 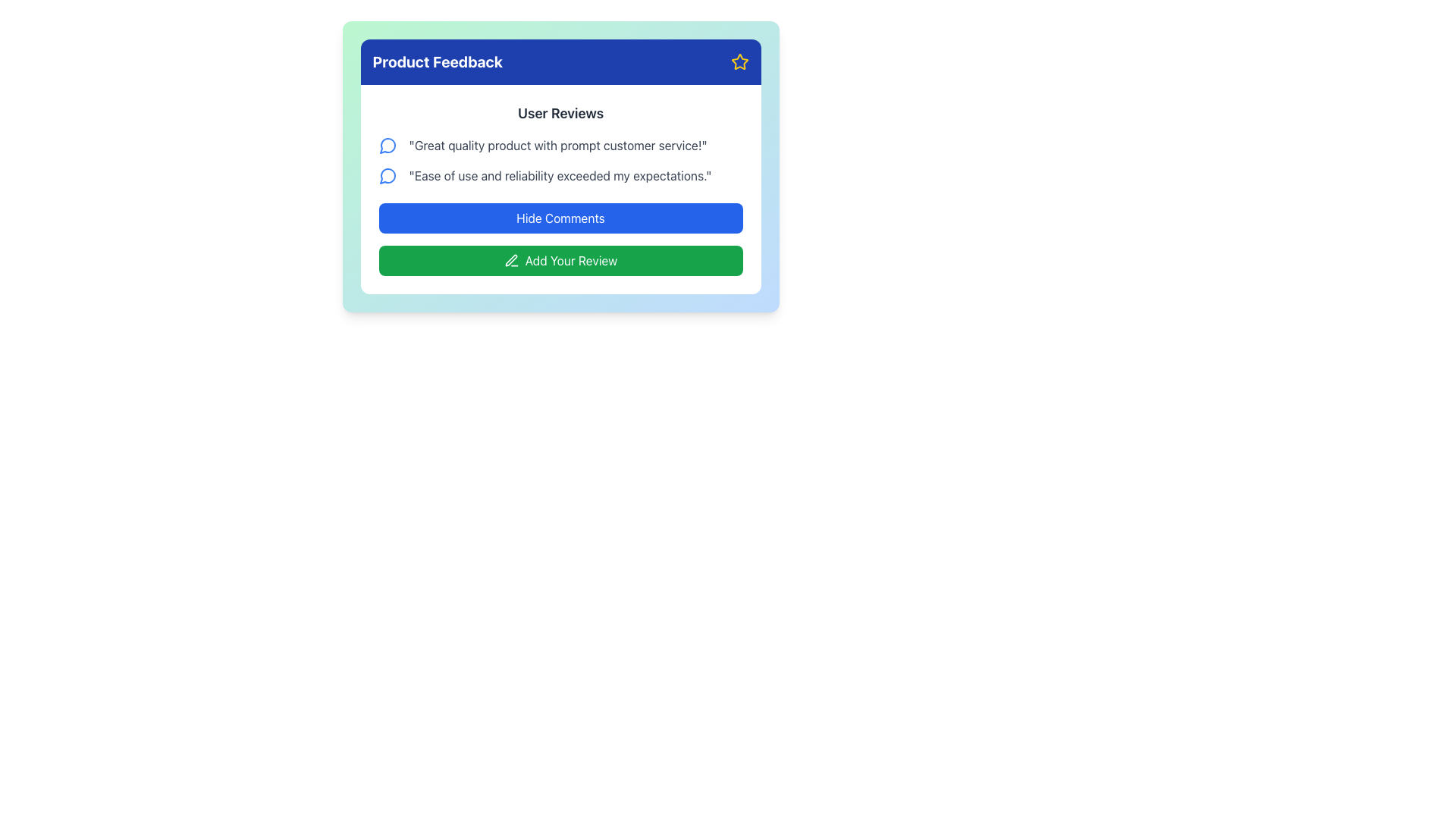 I want to click on the 'Product Feedback' header label, which is a bold, large white text on a blue background, located at the top-left corner of the blue bar, so click(x=437, y=61).